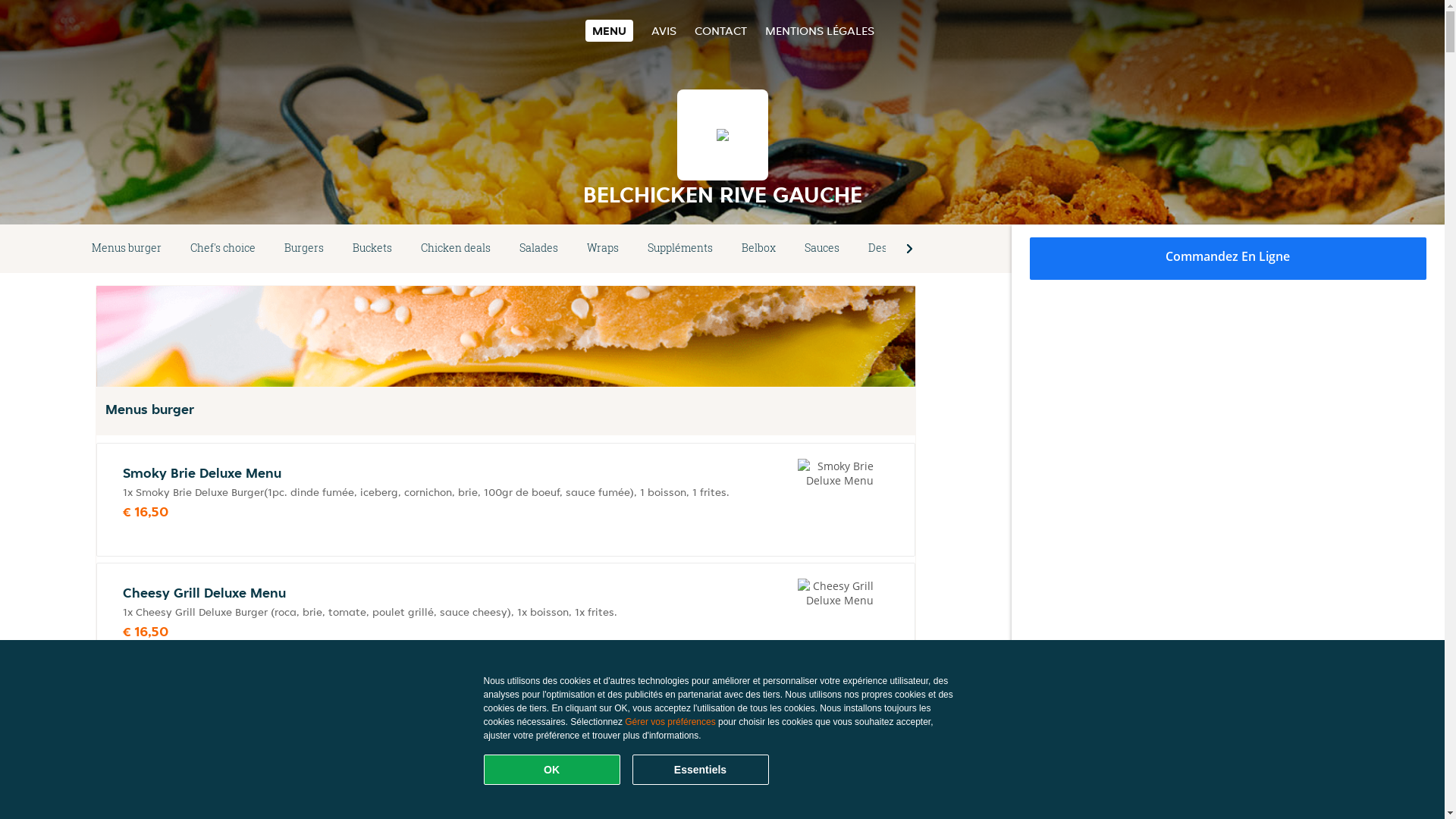 This screenshot has height=819, width=1456. Describe the element at coordinates (602, 247) in the screenshot. I see `'Wraps'` at that location.